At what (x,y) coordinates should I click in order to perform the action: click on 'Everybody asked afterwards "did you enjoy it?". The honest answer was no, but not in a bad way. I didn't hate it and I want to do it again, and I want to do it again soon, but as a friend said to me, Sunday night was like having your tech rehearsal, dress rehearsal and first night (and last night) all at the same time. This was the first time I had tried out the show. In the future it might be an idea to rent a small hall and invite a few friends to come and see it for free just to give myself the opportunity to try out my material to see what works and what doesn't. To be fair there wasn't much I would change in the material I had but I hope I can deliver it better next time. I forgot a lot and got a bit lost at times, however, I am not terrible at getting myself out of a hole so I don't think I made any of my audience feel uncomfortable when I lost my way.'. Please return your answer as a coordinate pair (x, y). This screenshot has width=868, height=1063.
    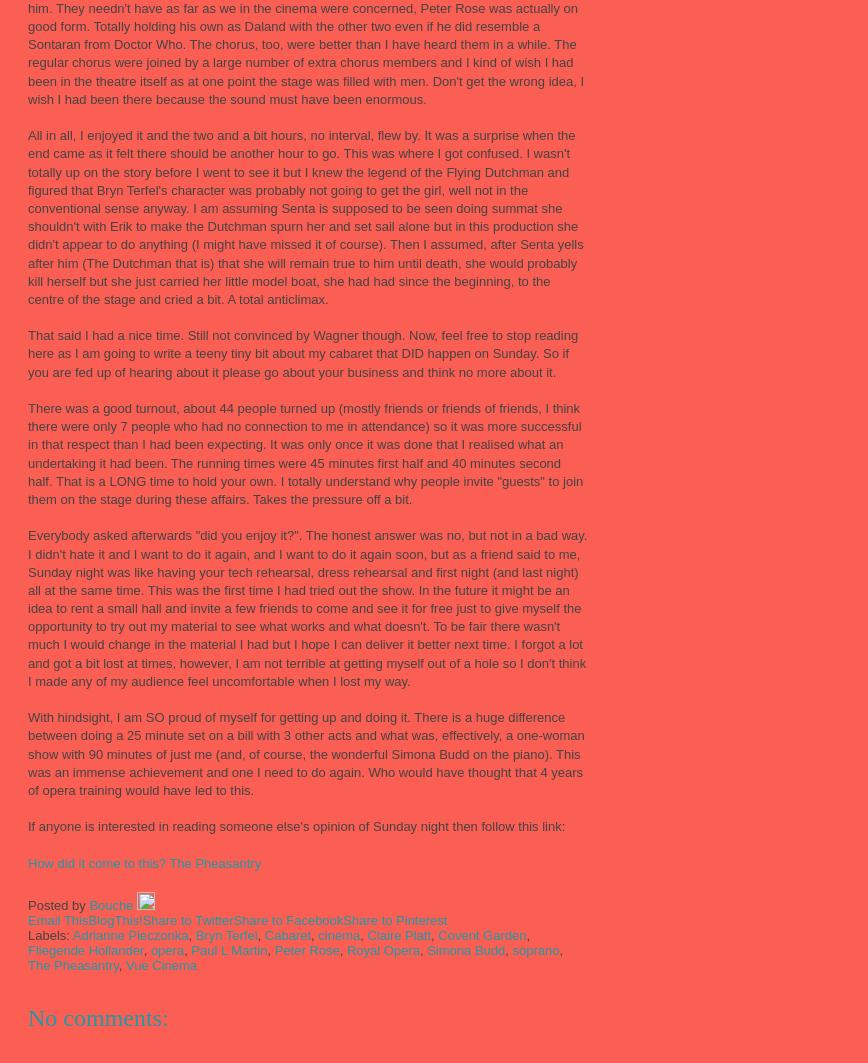
    Looking at the image, I should click on (307, 607).